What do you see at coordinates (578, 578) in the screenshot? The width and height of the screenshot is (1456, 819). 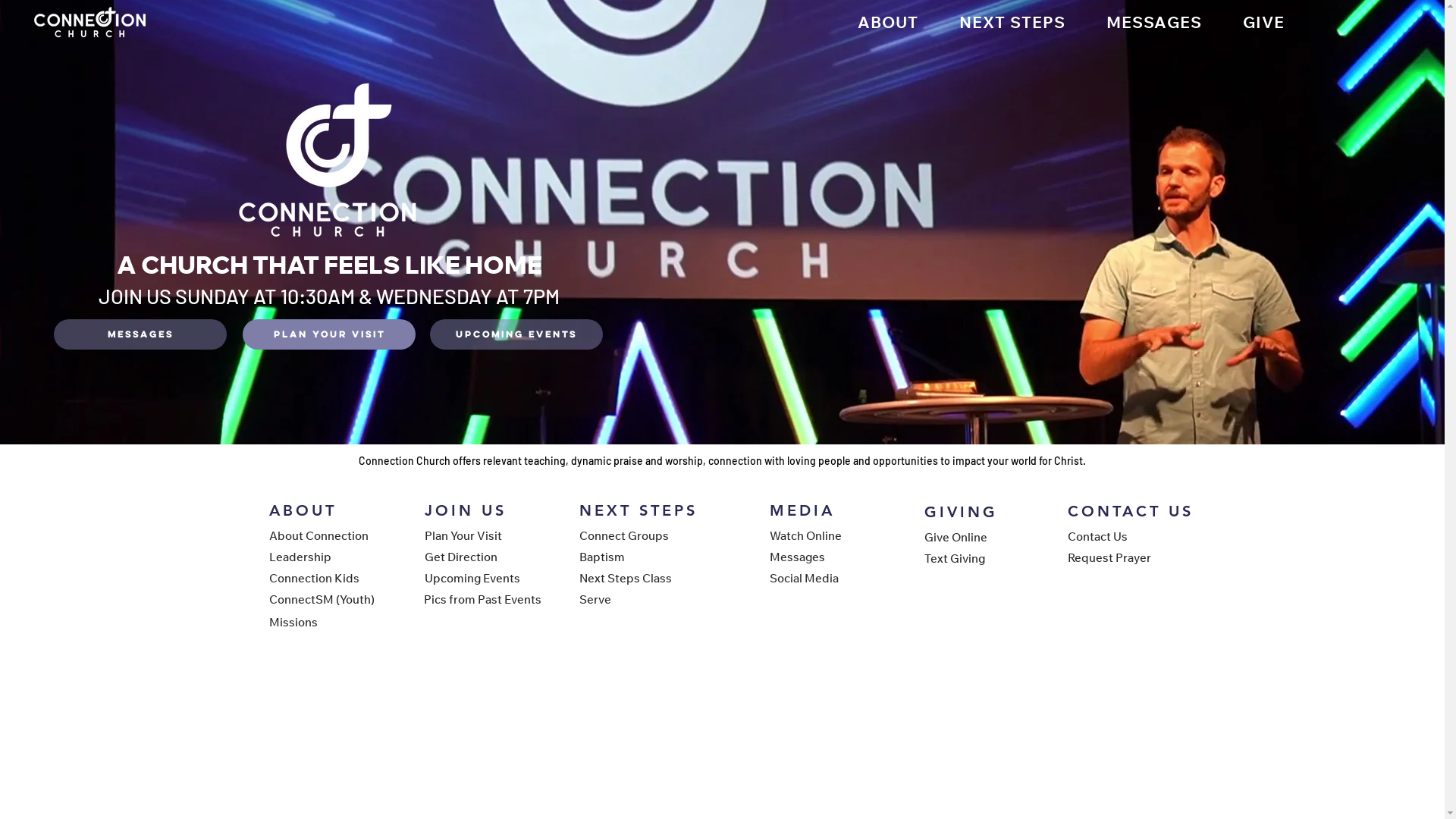 I see `'Next Steps Class'` at bounding box center [578, 578].